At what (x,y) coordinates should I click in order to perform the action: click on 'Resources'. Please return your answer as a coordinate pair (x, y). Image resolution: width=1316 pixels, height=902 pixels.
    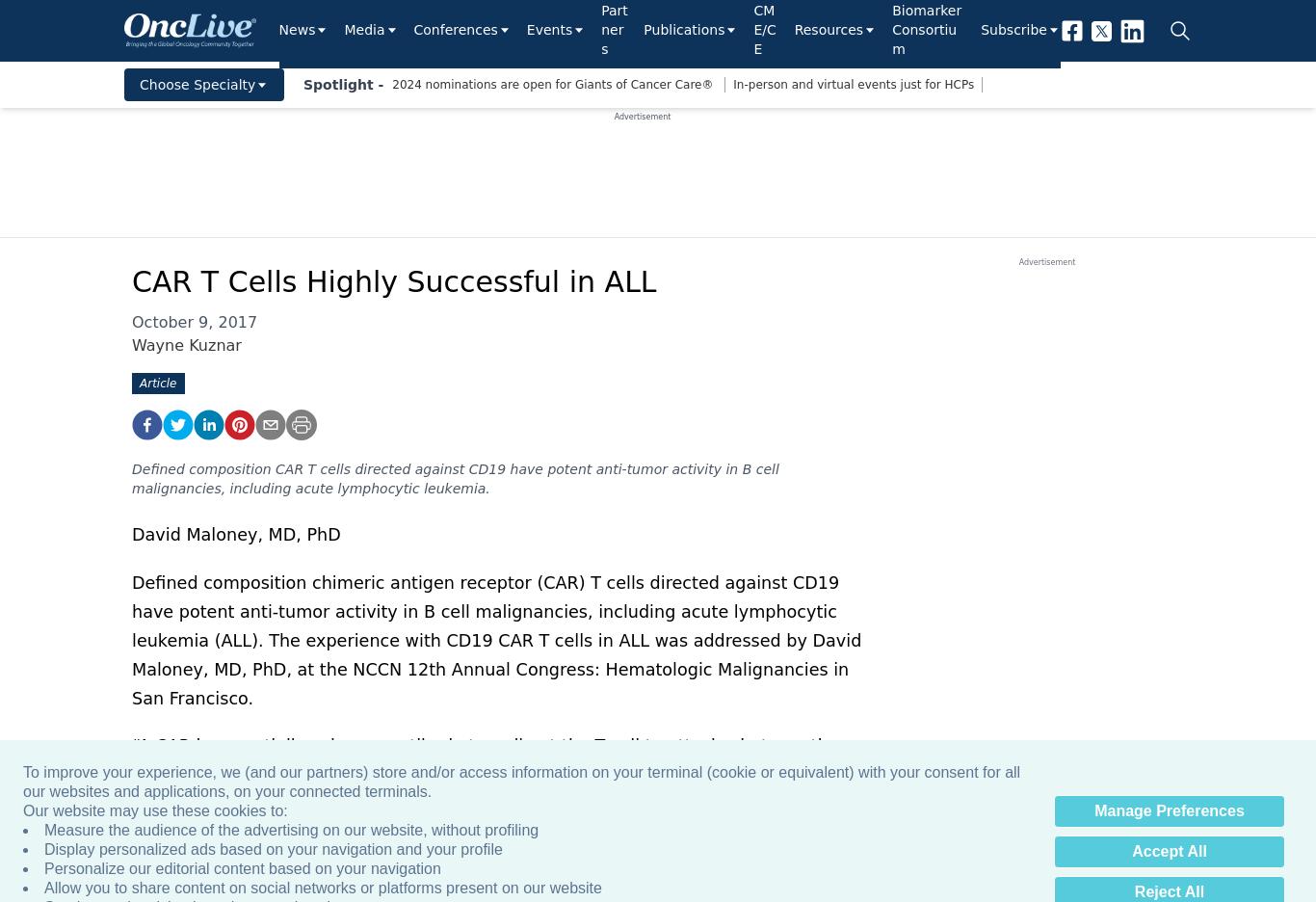
    Looking at the image, I should click on (792, 28).